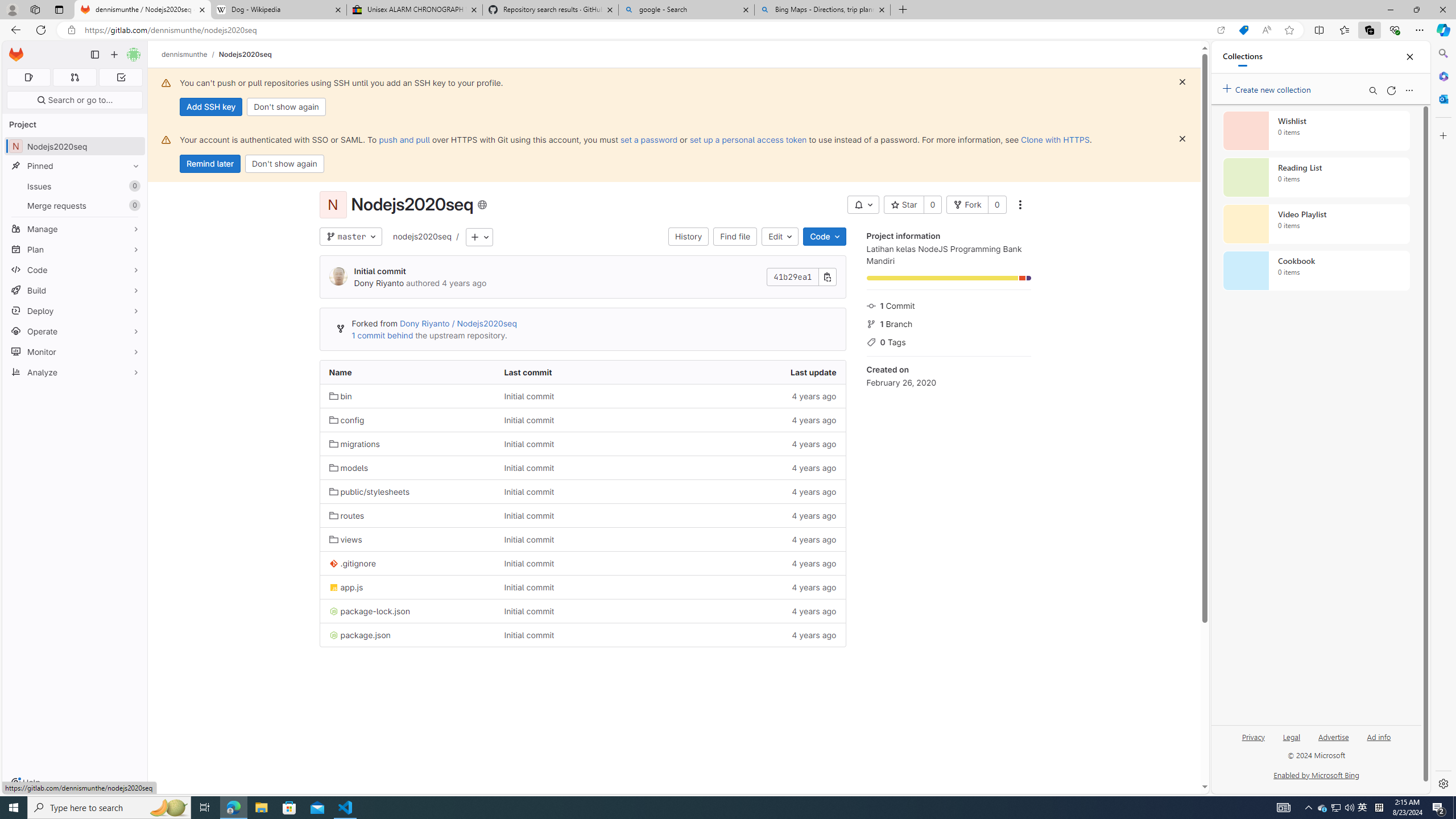 The height and width of the screenshot is (819, 1456). What do you see at coordinates (649, 139) in the screenshot?
I see `'set a password'` at bounding box center [649, 139].